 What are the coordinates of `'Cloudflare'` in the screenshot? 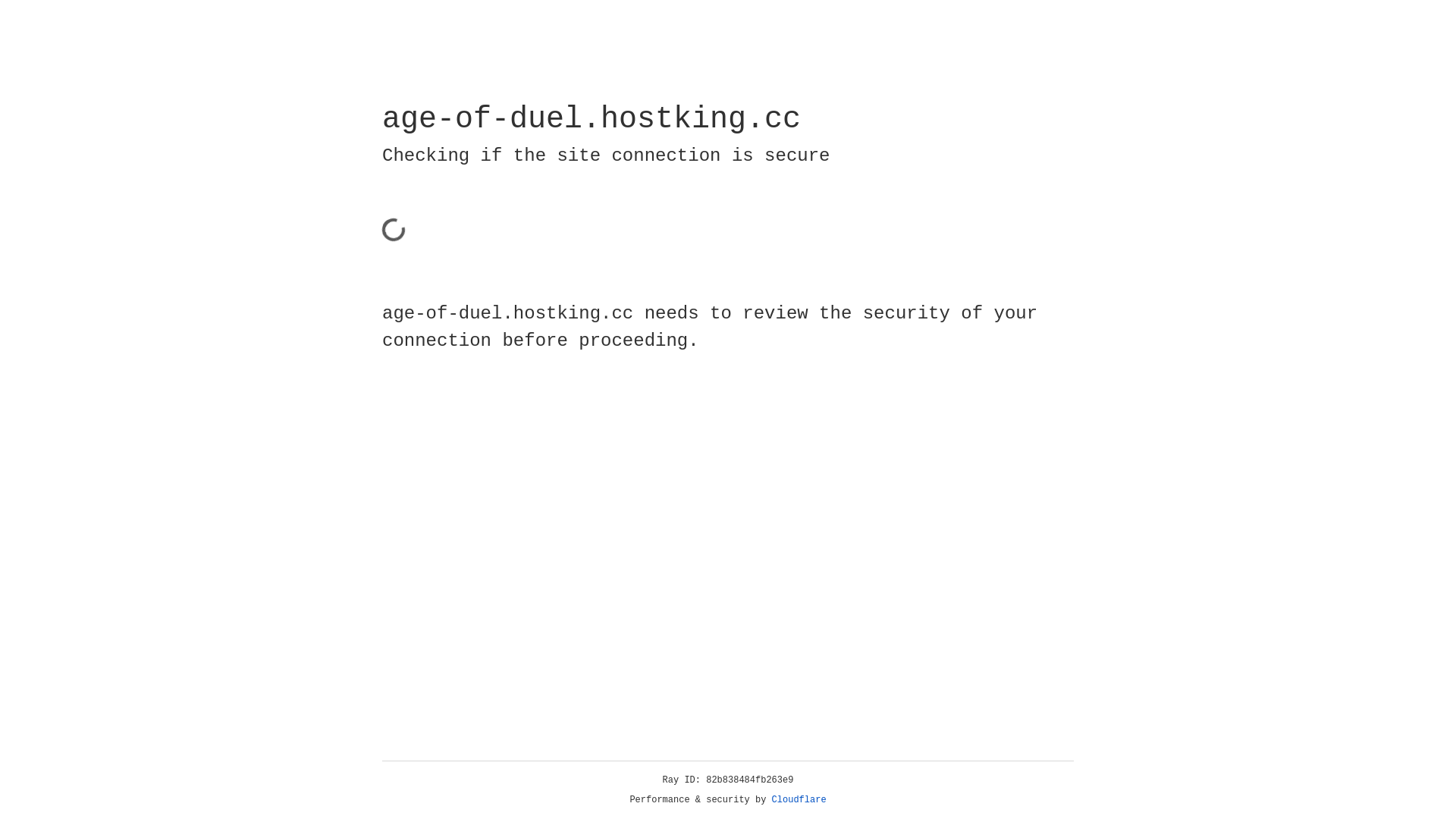 It's located at (799, 799).